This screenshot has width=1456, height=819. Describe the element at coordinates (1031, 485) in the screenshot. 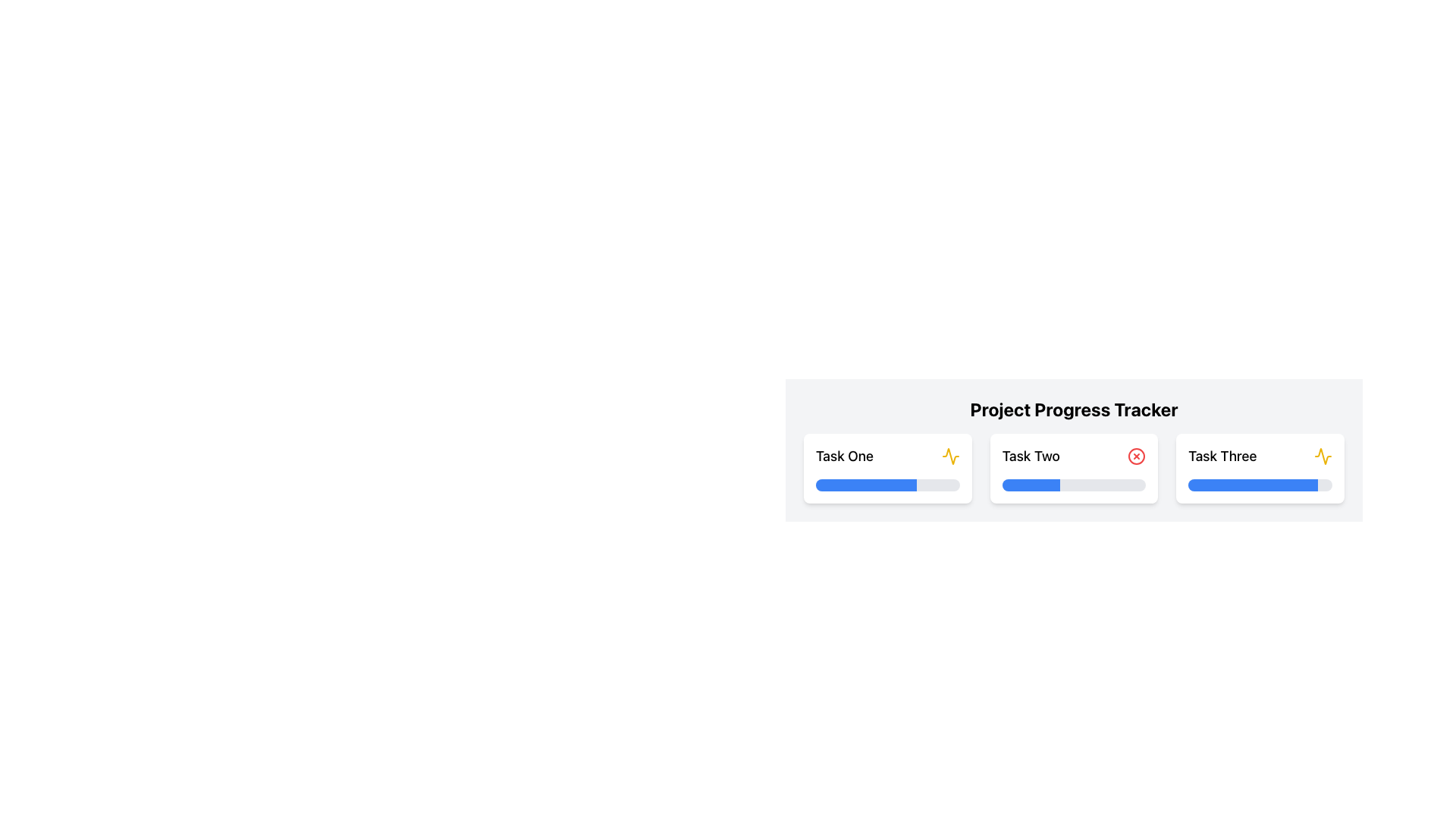

I see `style properties of the horizontal progress bar with rounded ends, which is filled to 40% and located in the second card (Task Two) of the project progress tracker` at that location.